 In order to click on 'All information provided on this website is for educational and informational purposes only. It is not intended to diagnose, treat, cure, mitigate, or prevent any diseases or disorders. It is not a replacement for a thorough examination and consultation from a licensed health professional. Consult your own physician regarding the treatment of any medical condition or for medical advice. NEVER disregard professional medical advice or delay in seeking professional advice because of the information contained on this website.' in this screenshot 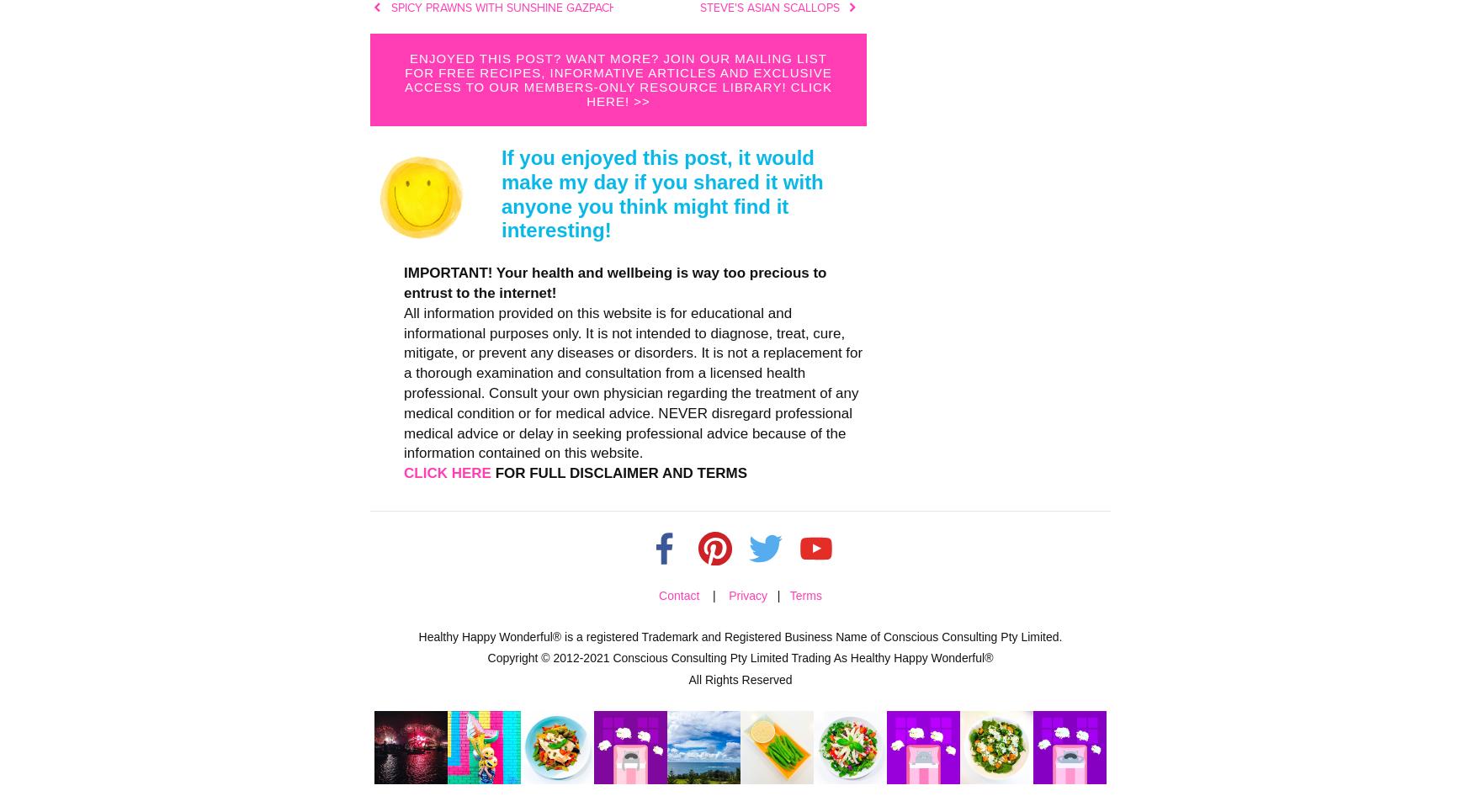, I will do `click(632, 381)`.